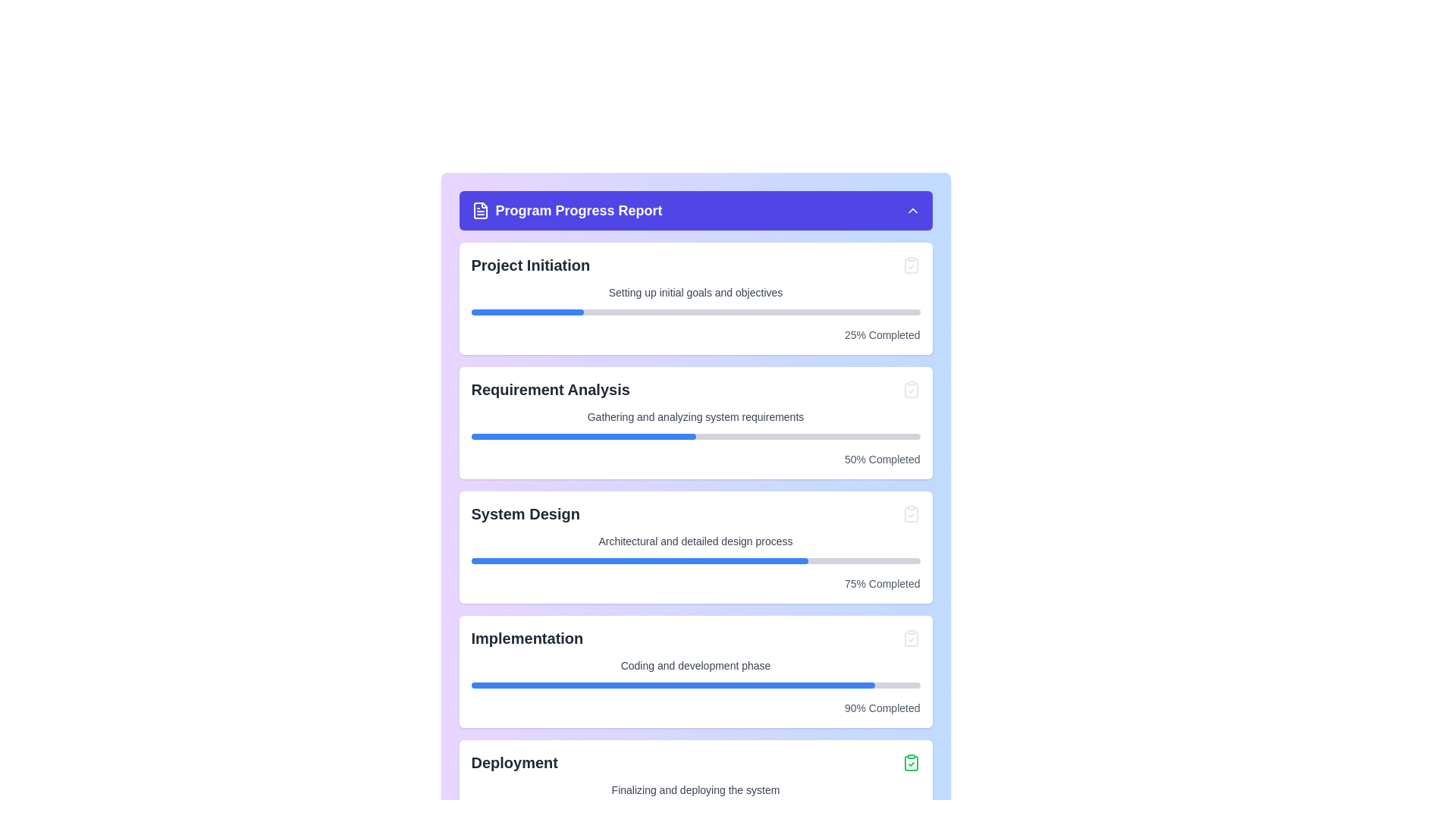 This screenshot has width=1456, height=819. Describe the element at coordinates (672, 685) in the screenshot. I see `the blue progress bar indicating 90% progress in the 'Implementation' section` at that location.